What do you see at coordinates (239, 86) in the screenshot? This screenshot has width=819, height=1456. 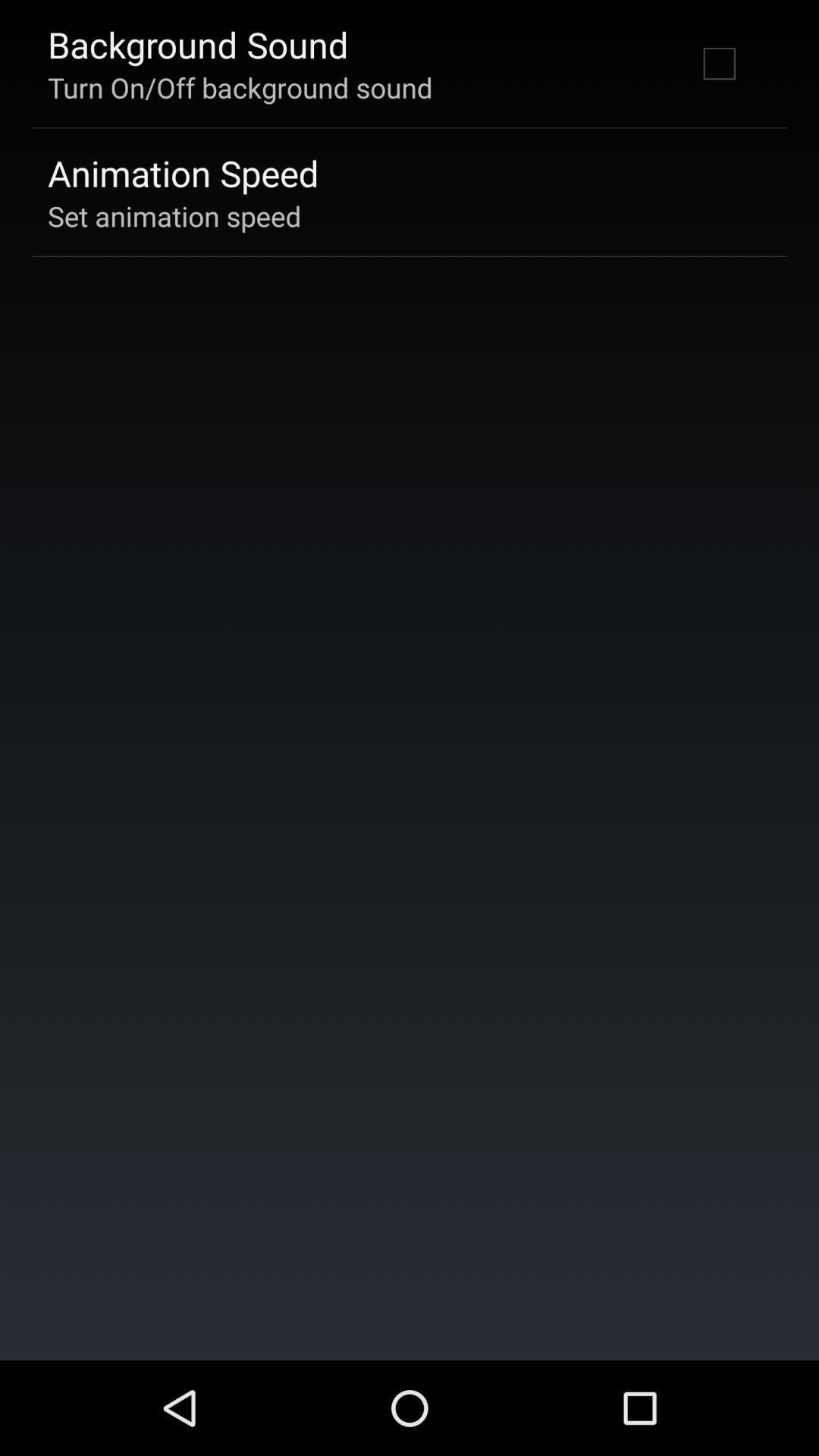 I see `the icon below background sound item` at bounding box center [239, 86].